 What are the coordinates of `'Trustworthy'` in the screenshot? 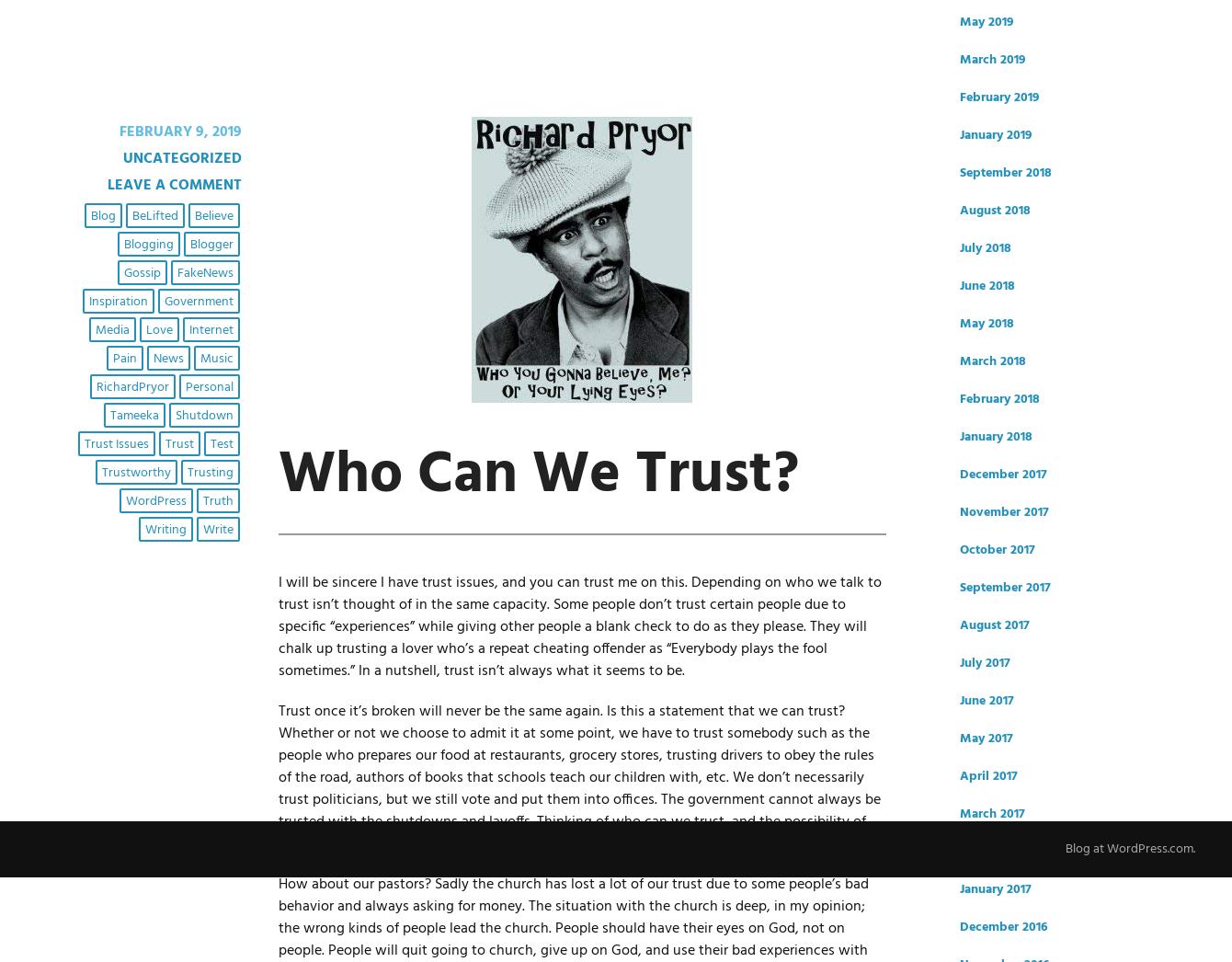 It's located at (101, 472).